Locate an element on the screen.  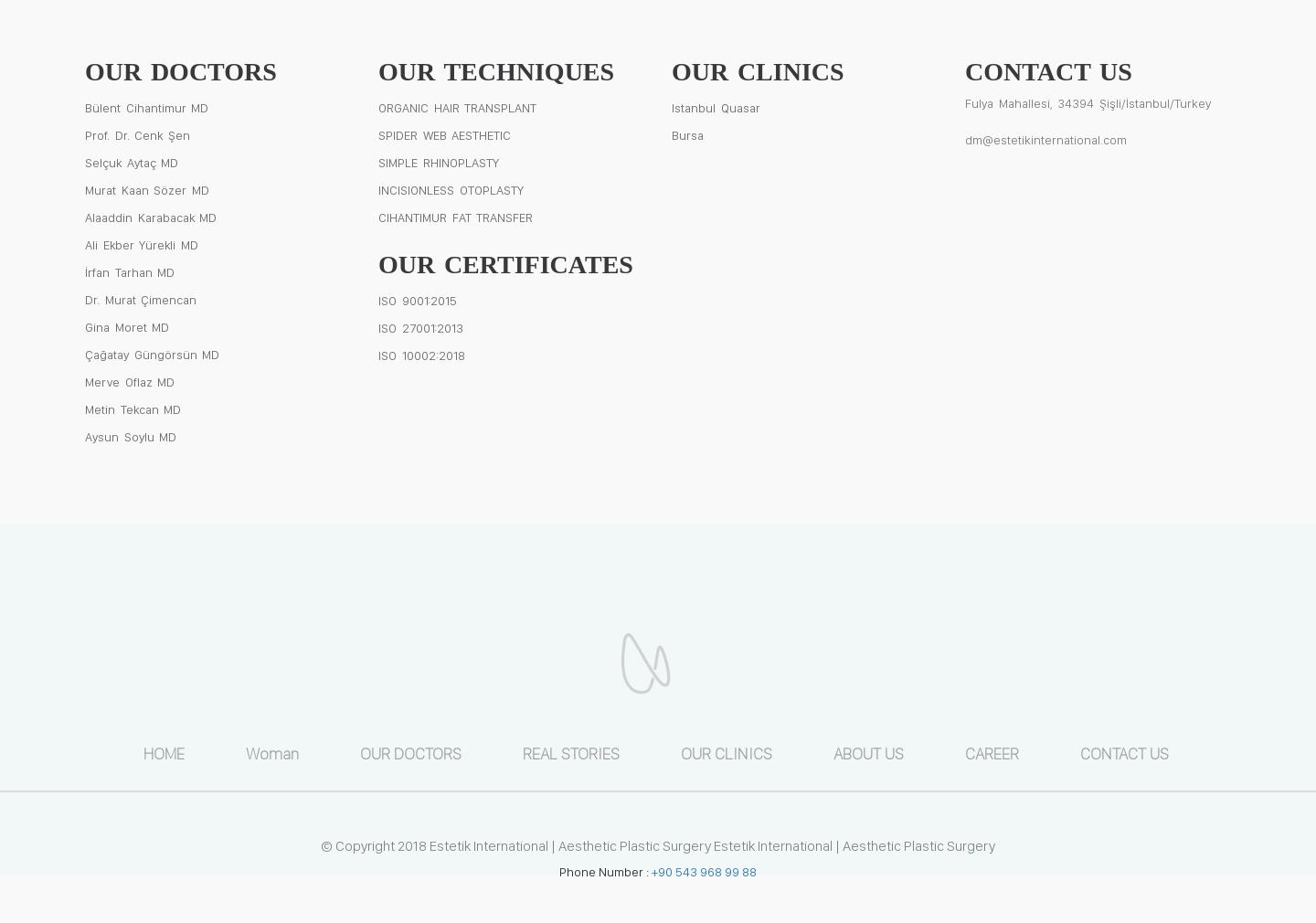
'CAREER' is located at coordinates (990, 752).